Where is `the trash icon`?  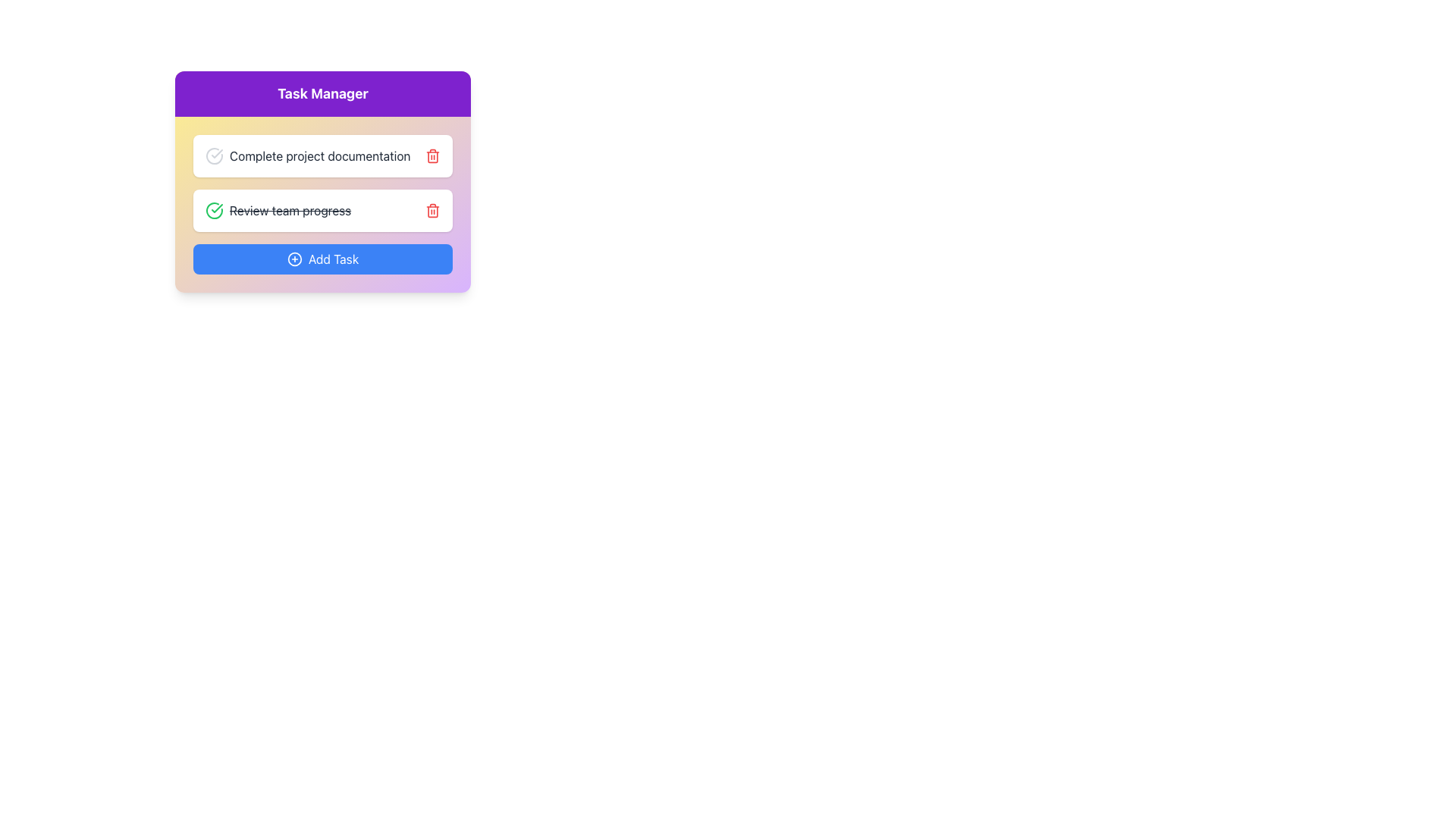 the trash icon is located at coordinates (322, 246).